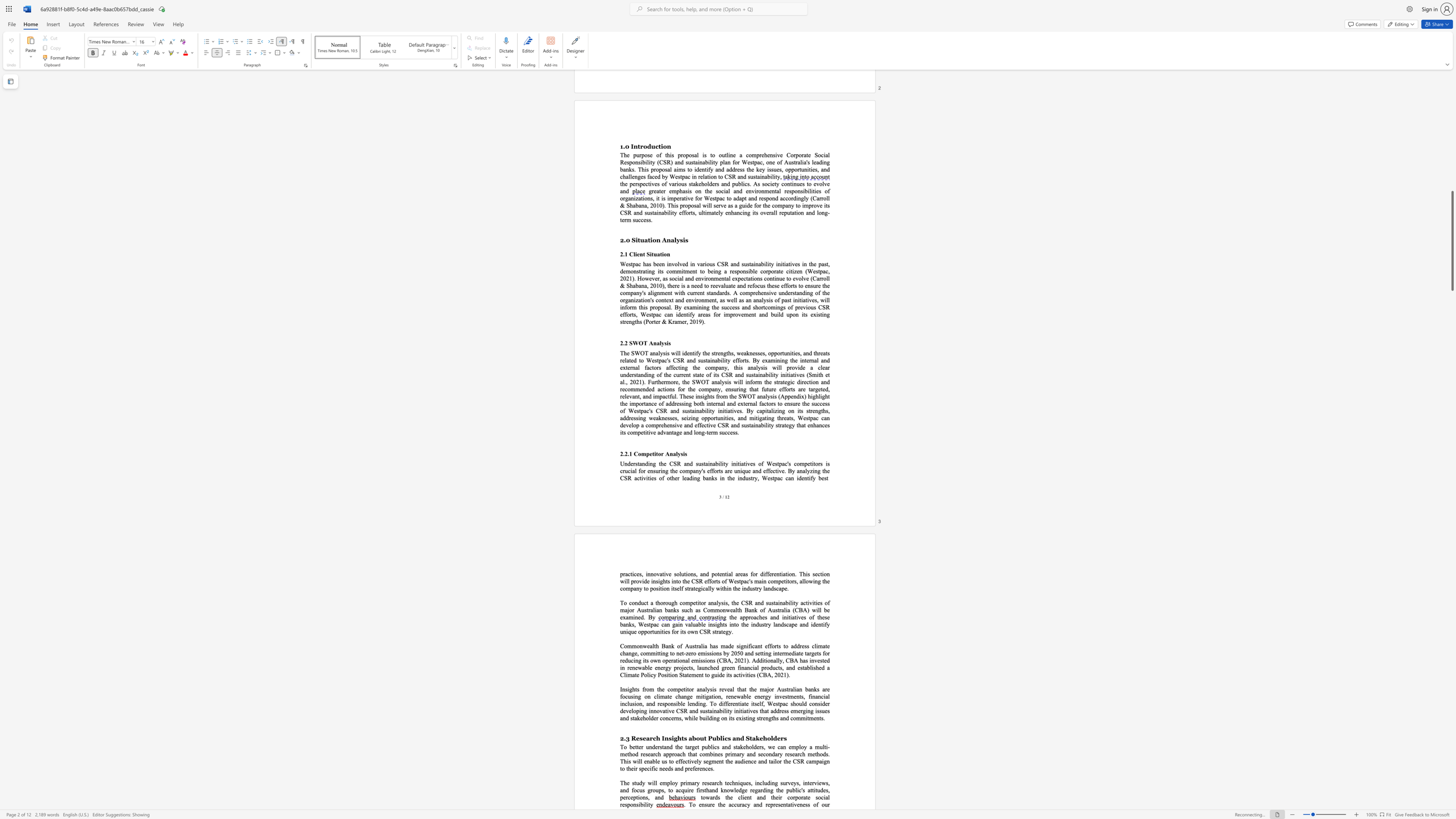 This screenshot has width=1456, height=819. What do you see at coordinates (799, 668) in the screenshot?
I see `the 1th character "e" in the text` at bounding box center [799, 668].